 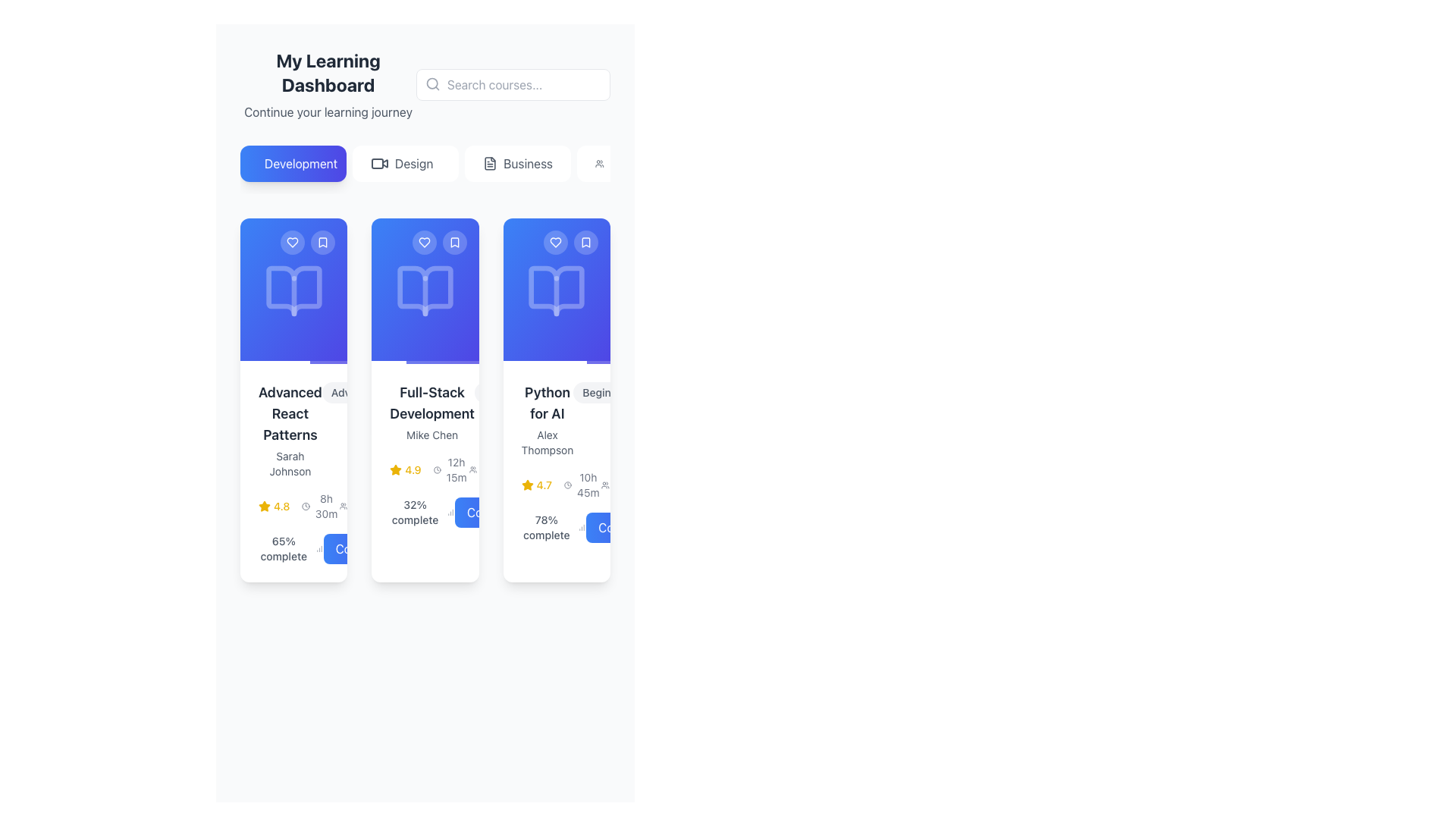 I want to click on the open book icon with a blue gradient background, which is centrally placed at the top of the first card in the dashboard interface, so click(x=293, y=291).